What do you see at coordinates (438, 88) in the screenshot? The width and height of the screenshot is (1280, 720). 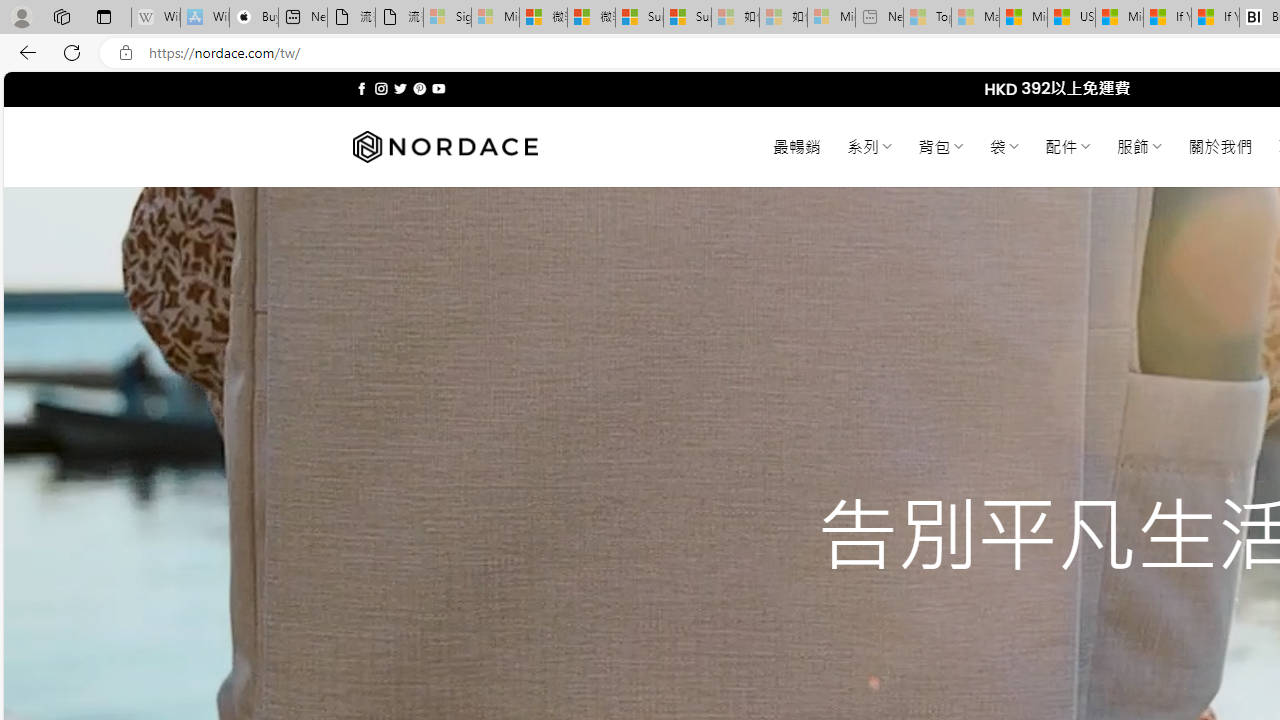 I see `'Follow on YouTube'` at bounding box center [438, 88].